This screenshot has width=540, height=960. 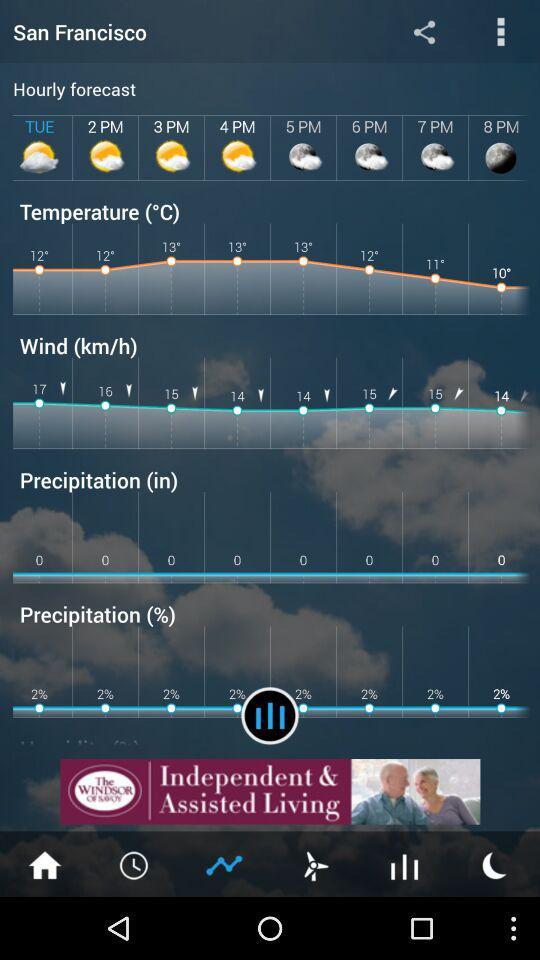 I want to click on the pause icon, so click(x=270, y=765).